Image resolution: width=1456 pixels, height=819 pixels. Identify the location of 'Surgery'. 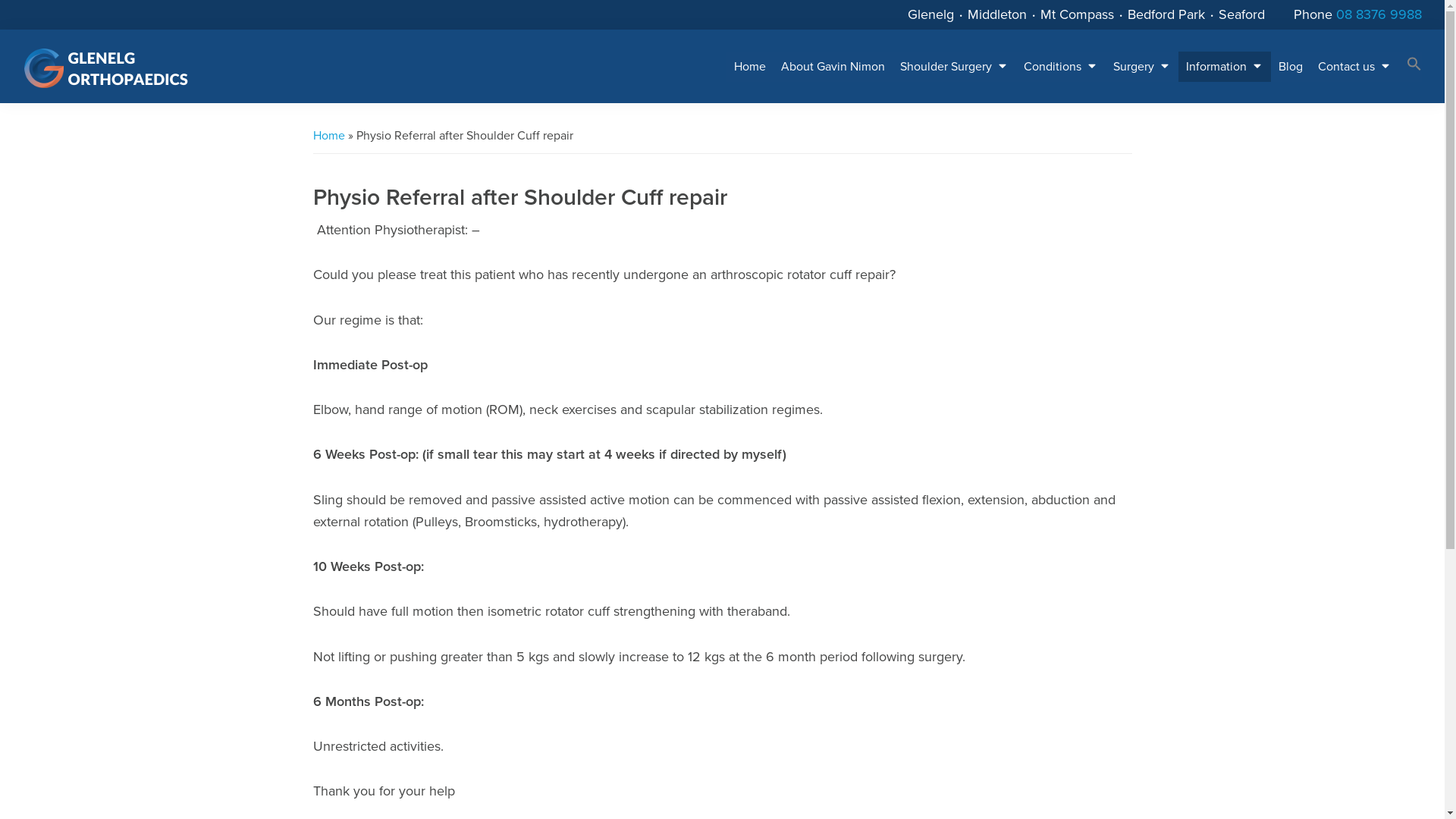
(1142, 66).